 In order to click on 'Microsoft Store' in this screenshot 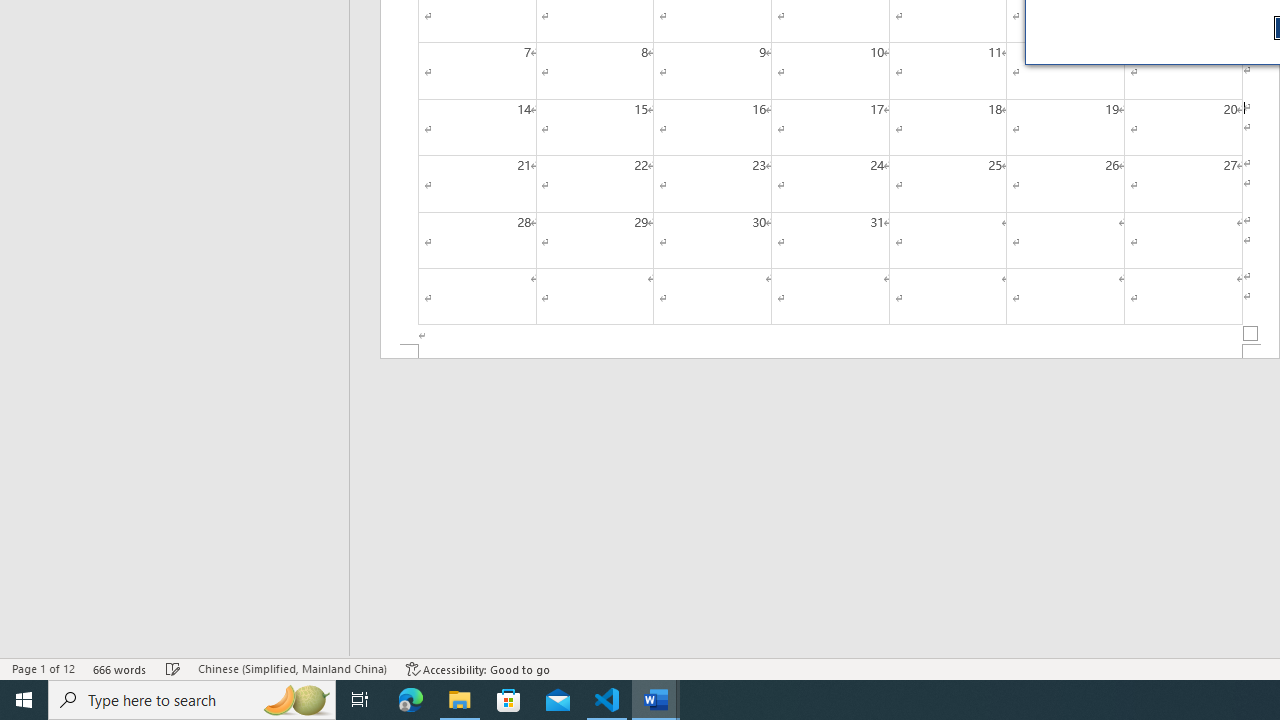, I will do `click(509, 698)`.